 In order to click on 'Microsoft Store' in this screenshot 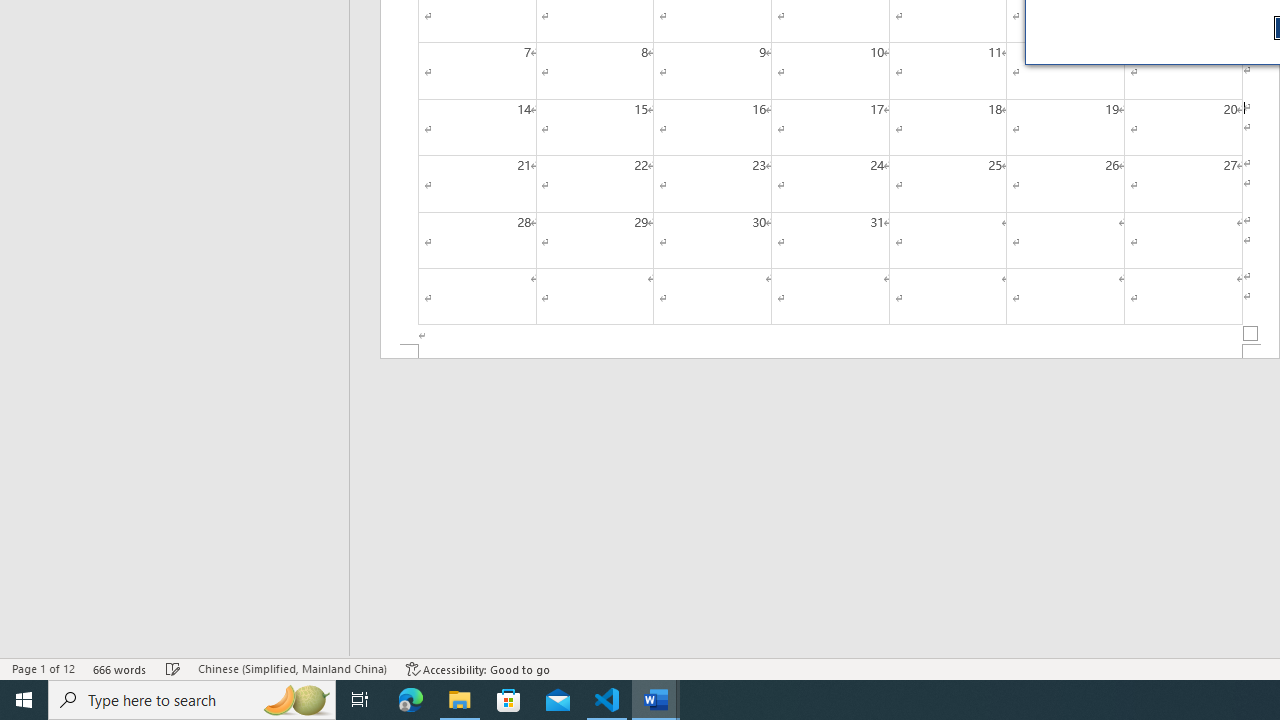, I will do `click(509, 698)`.